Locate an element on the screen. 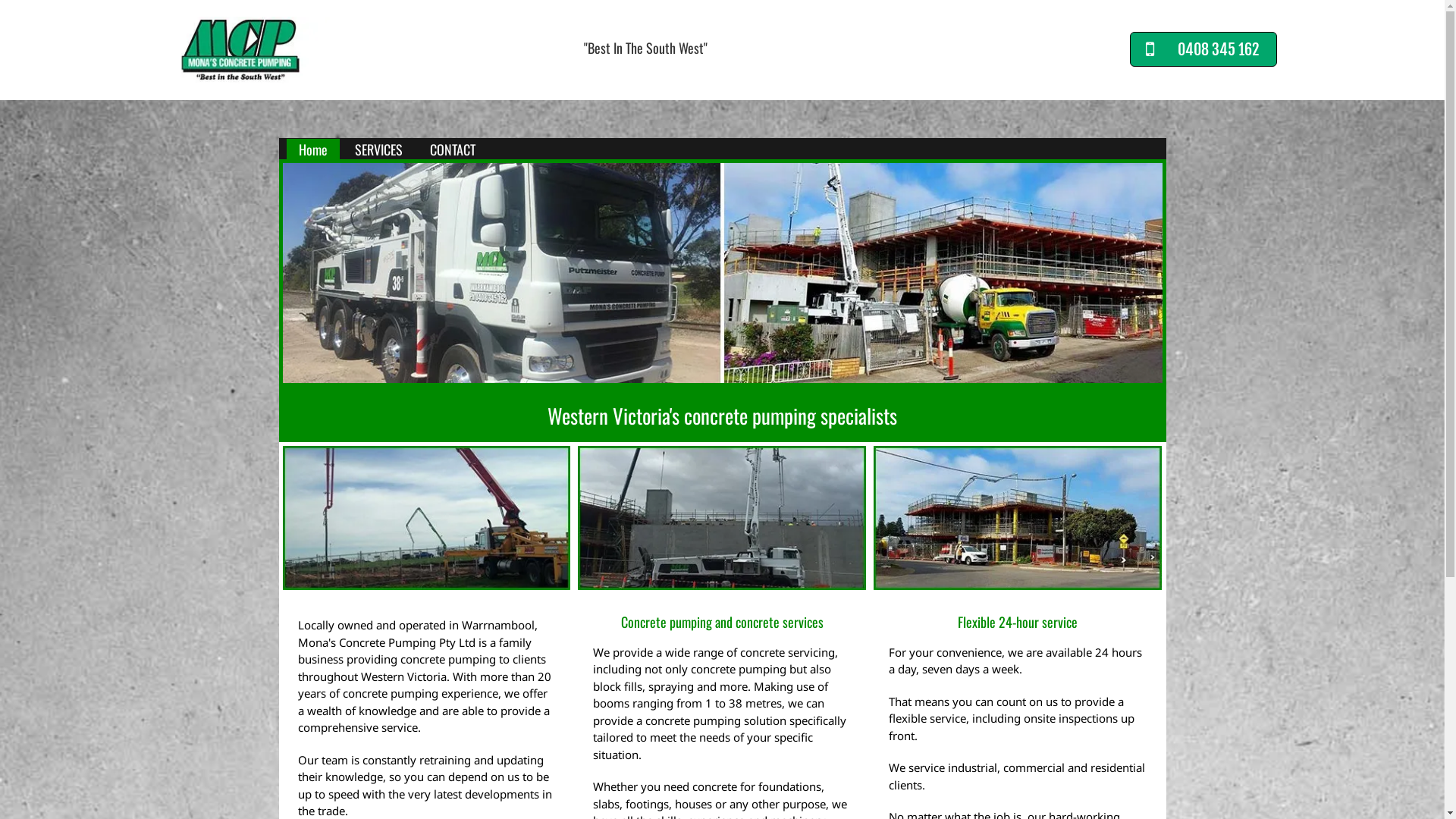  'SERVICES' is located at coordinates (378, 149).